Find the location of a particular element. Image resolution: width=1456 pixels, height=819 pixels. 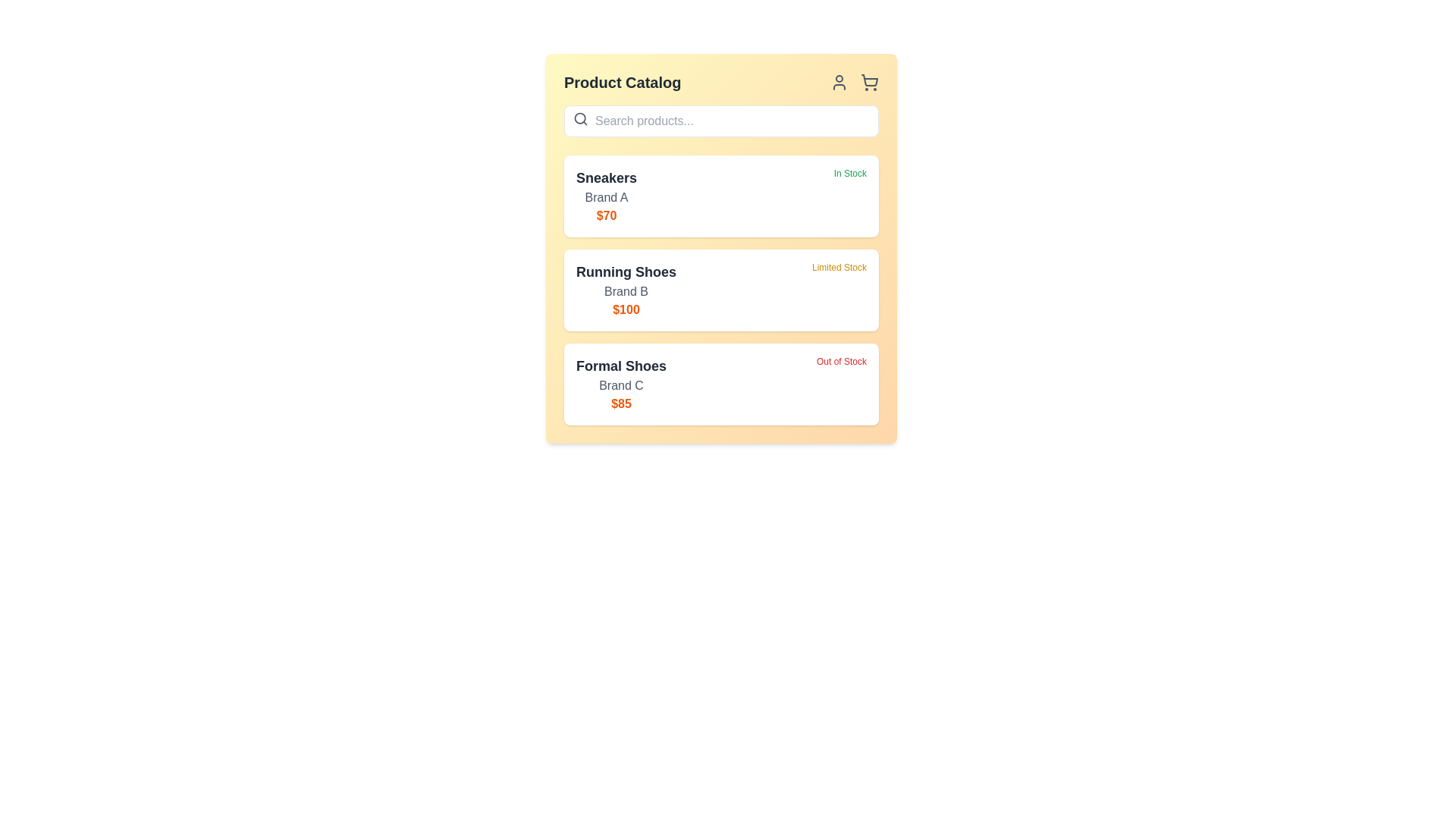

the shopping cart icon located in the top-right corner of the header bar is located at coordinates (870, 80).